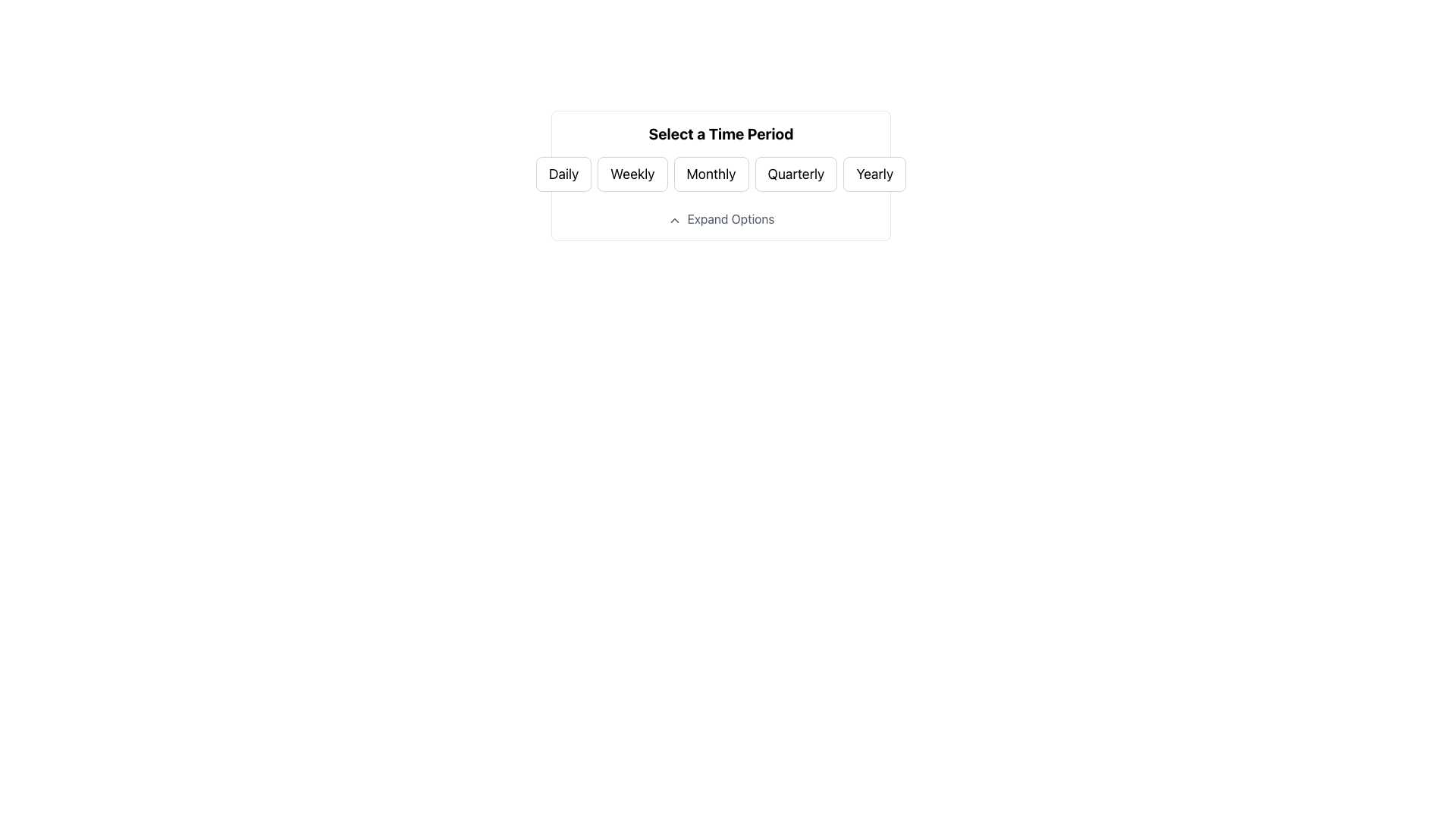  I want to click on the 'Monthly' button in the row of time period selection buttons, which is styled with a white background and gray borders, so click(720, 174).